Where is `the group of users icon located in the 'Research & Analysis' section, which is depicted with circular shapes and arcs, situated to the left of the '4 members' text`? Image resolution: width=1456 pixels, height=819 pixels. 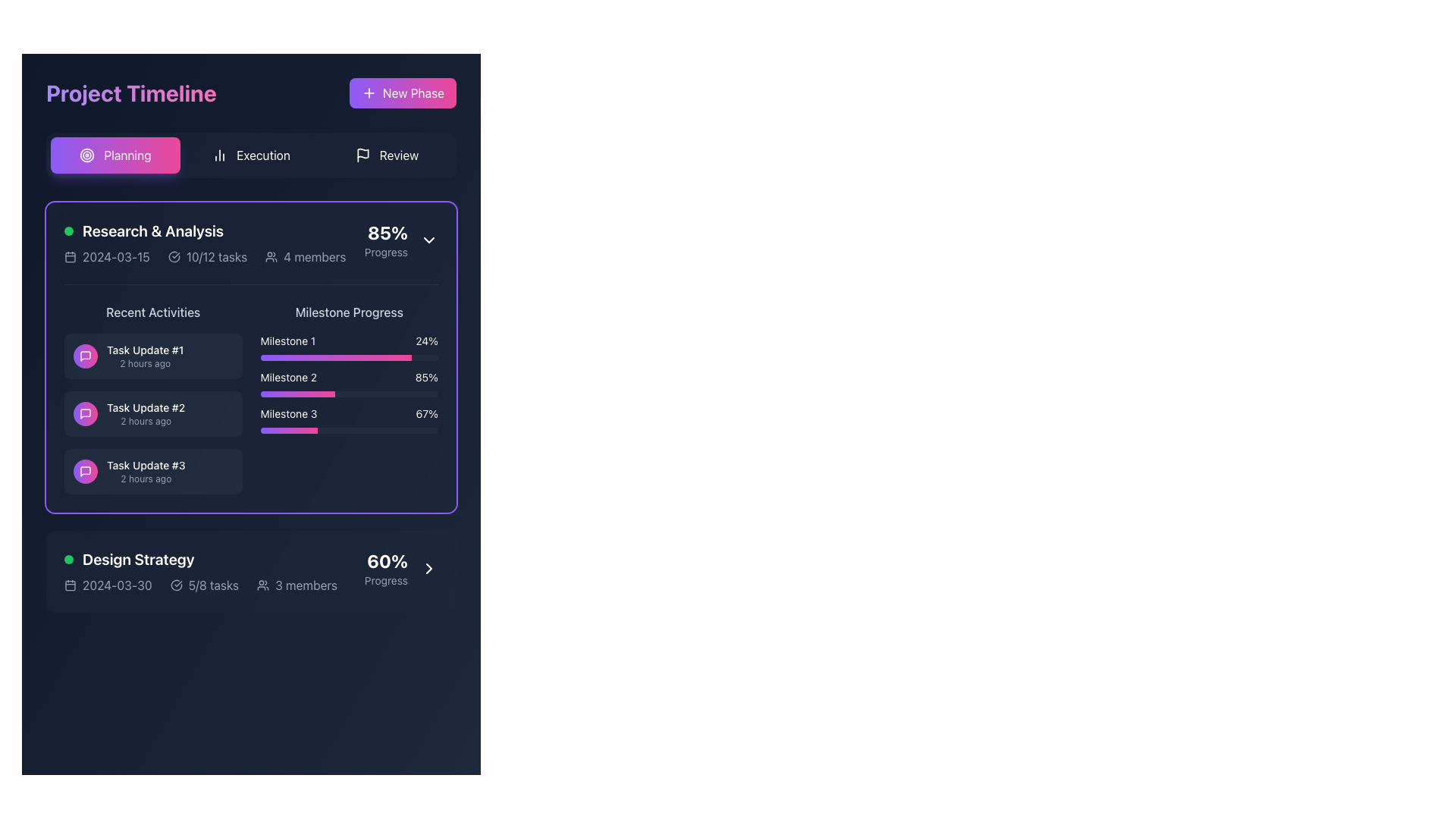
the group of users icon located in the 'Research & Analysis' section, which is depicted with circular shapes and arcs, situated to the left of the '4 members' text is located at coordinates (271, 256).